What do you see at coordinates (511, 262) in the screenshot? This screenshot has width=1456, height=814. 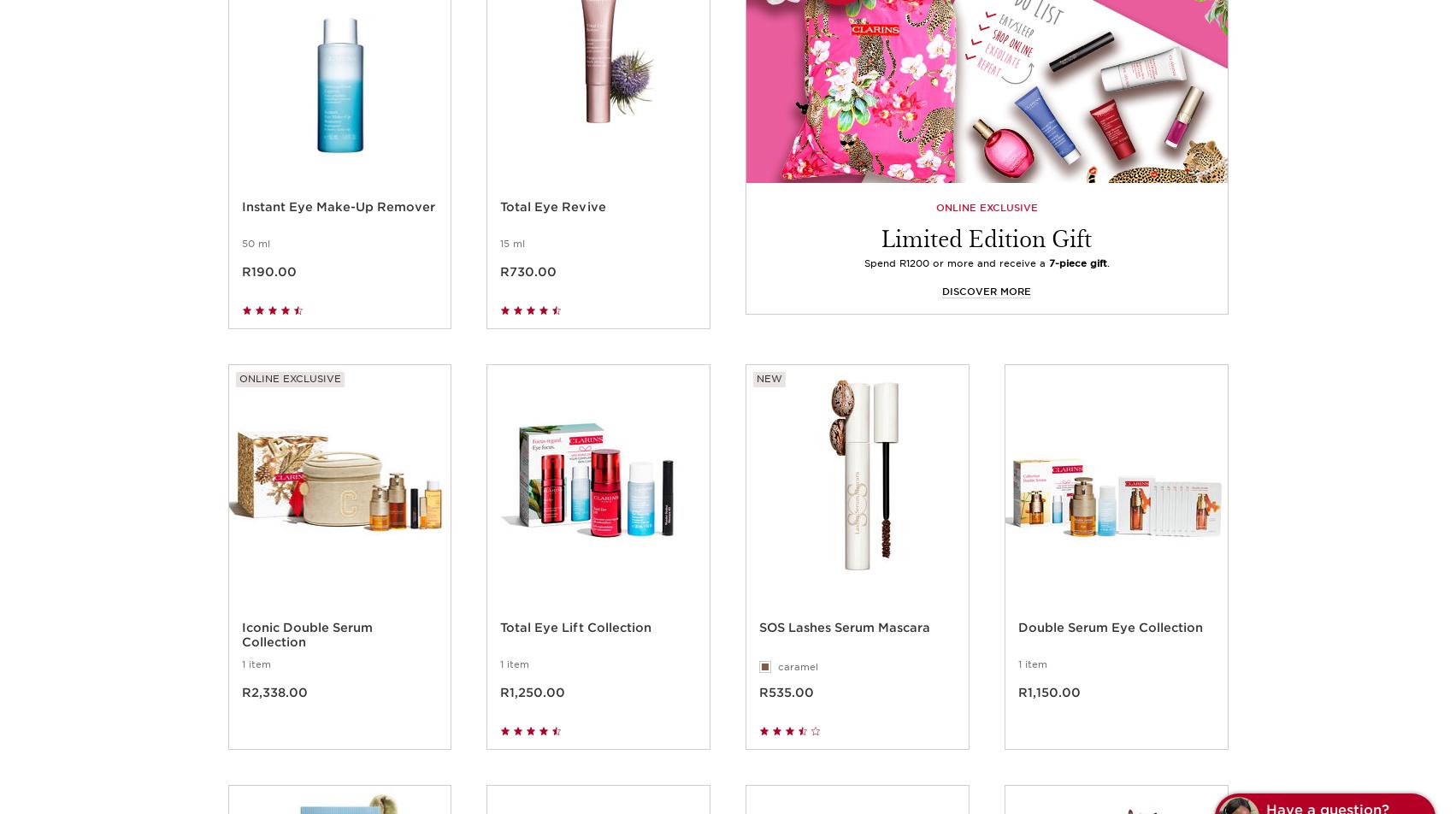 I see `'15 ml'` at bounding box center [511, 262].